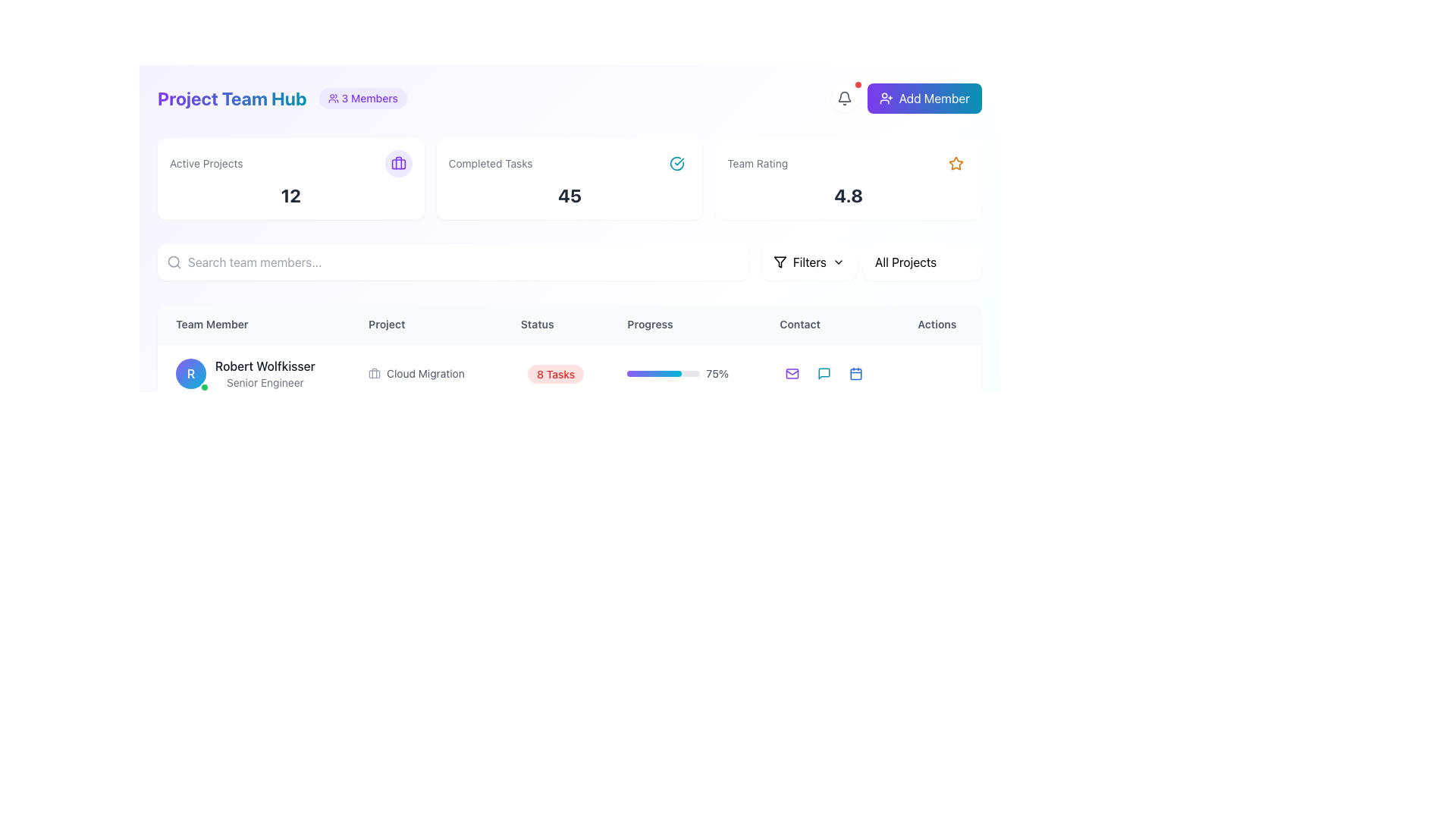 This screenshot has width=1456, height=819. I want to click on the text label displaying 'Active Projects' located at the top-left area of the section within the UI, so click(206, 164).